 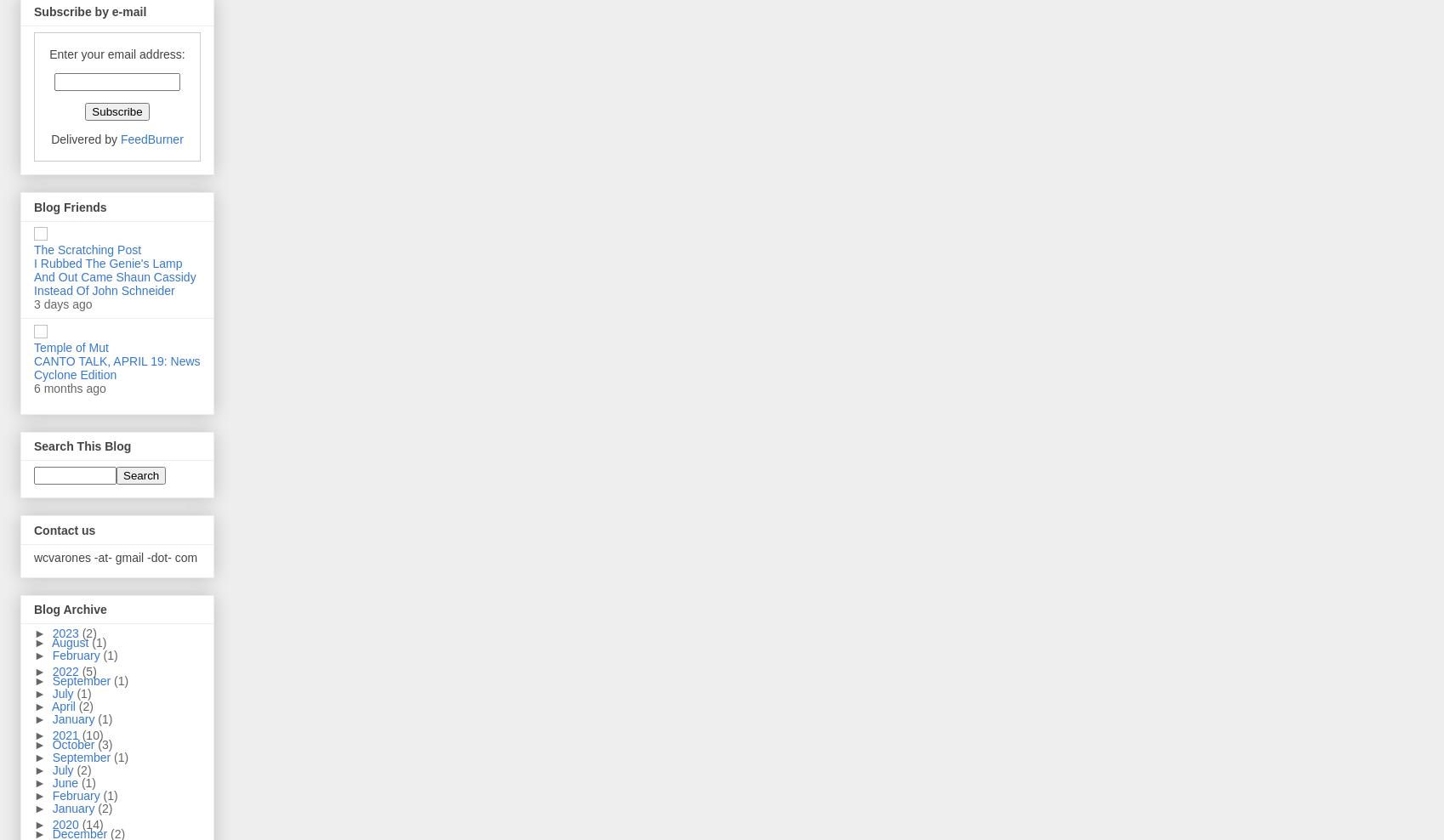 What do you see at coordinates (66, 735) in the screenshot?
I see `'2021'` at bounding box center [66, 735].